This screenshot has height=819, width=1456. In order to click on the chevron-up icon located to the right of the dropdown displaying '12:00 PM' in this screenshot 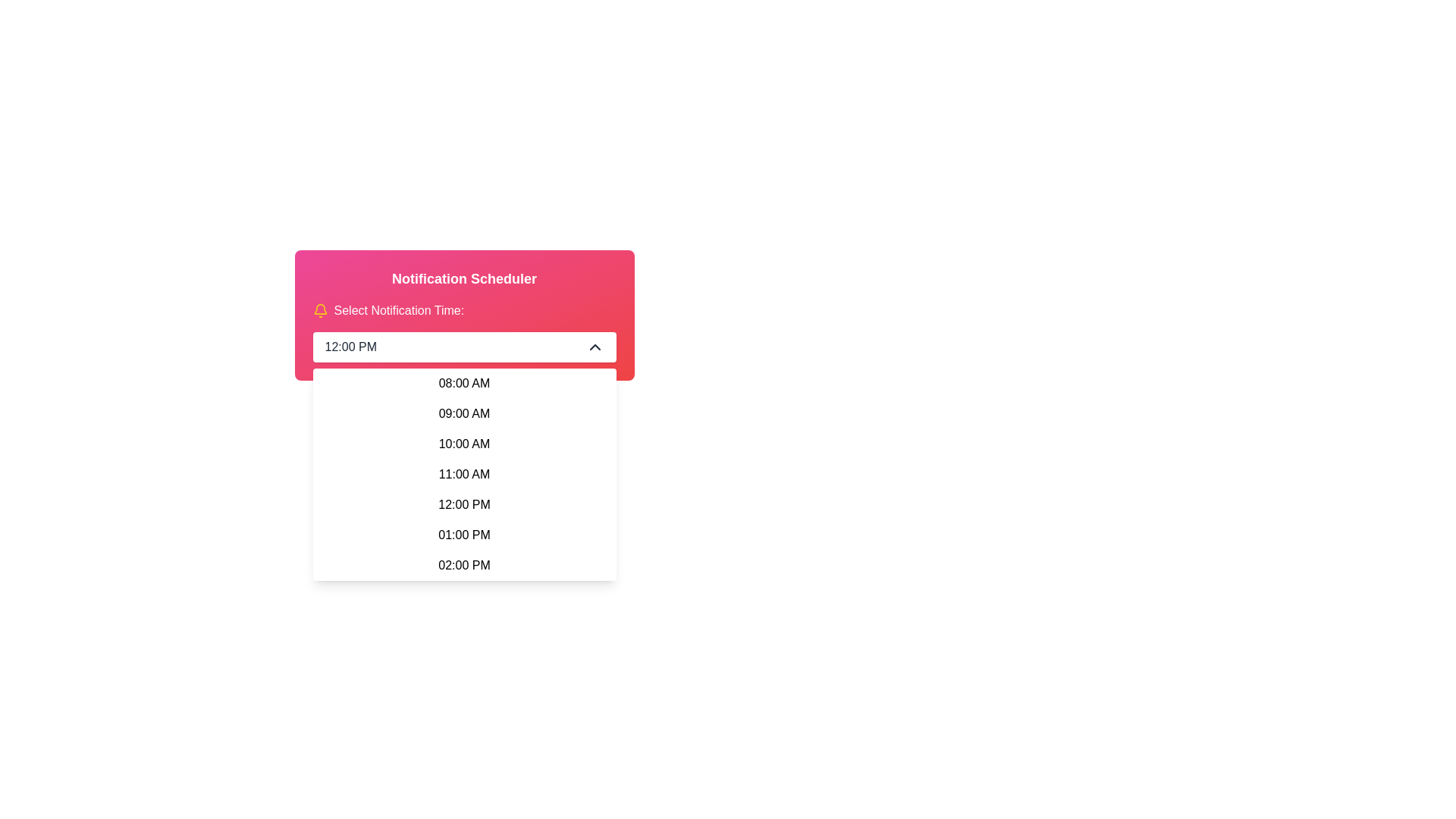, I will do `click(594, 347)`.